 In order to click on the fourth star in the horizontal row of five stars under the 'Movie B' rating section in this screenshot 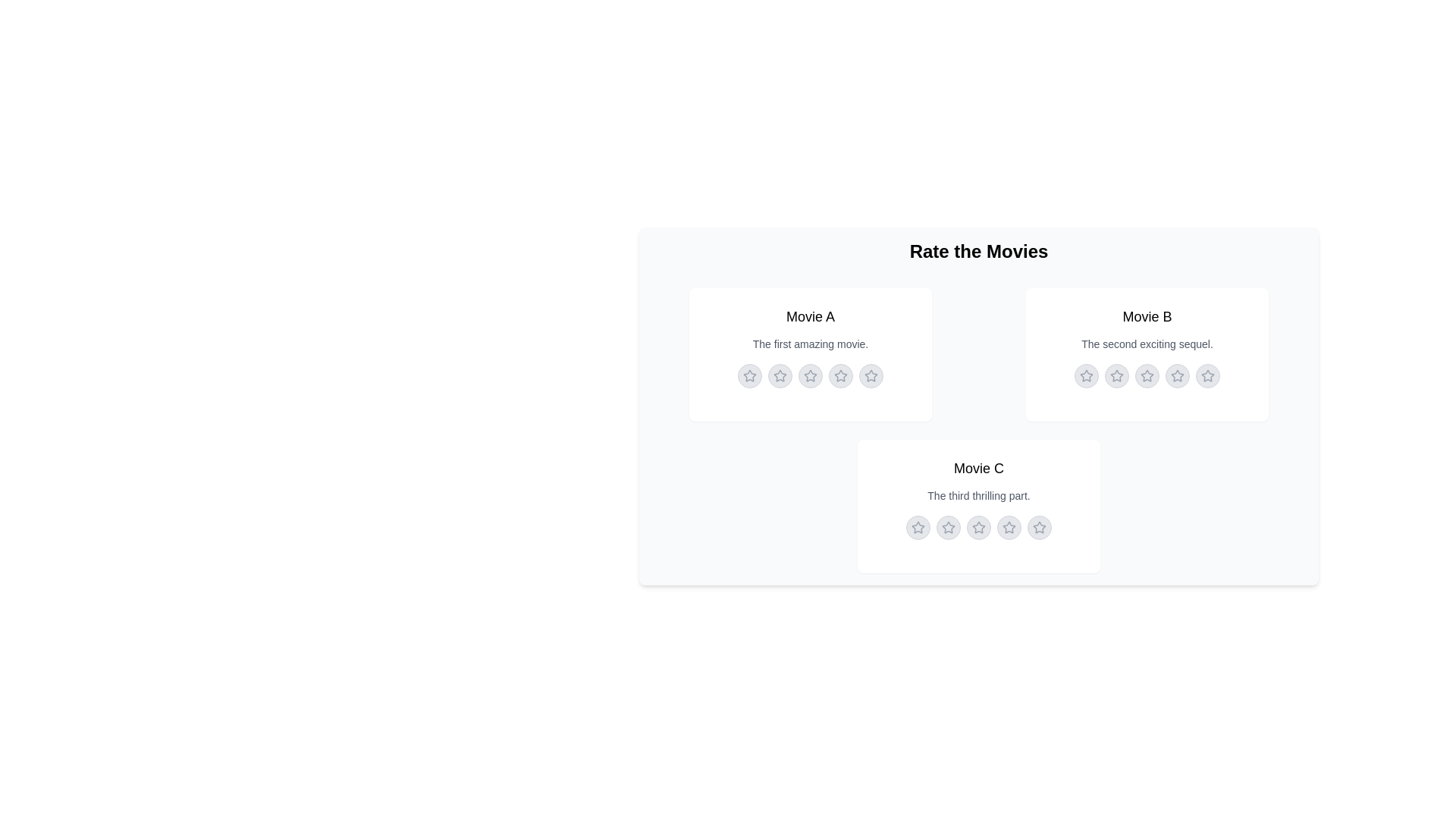, I will do `click(1177, 375)`.